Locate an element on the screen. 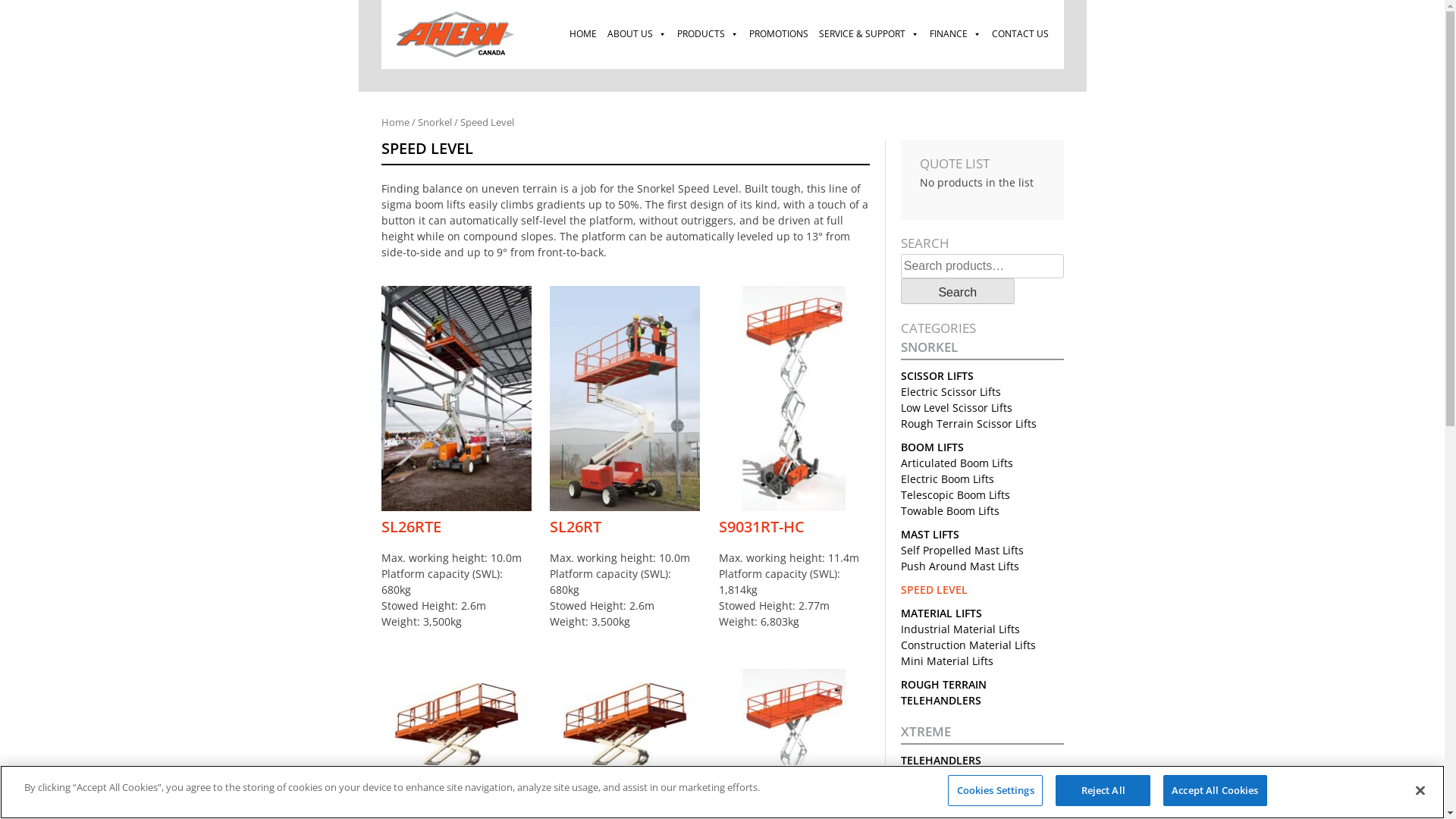 Image resolution: width=1456 pixels, height=819 pixels. 'Snorkel' is located at coordinates (433, 121).